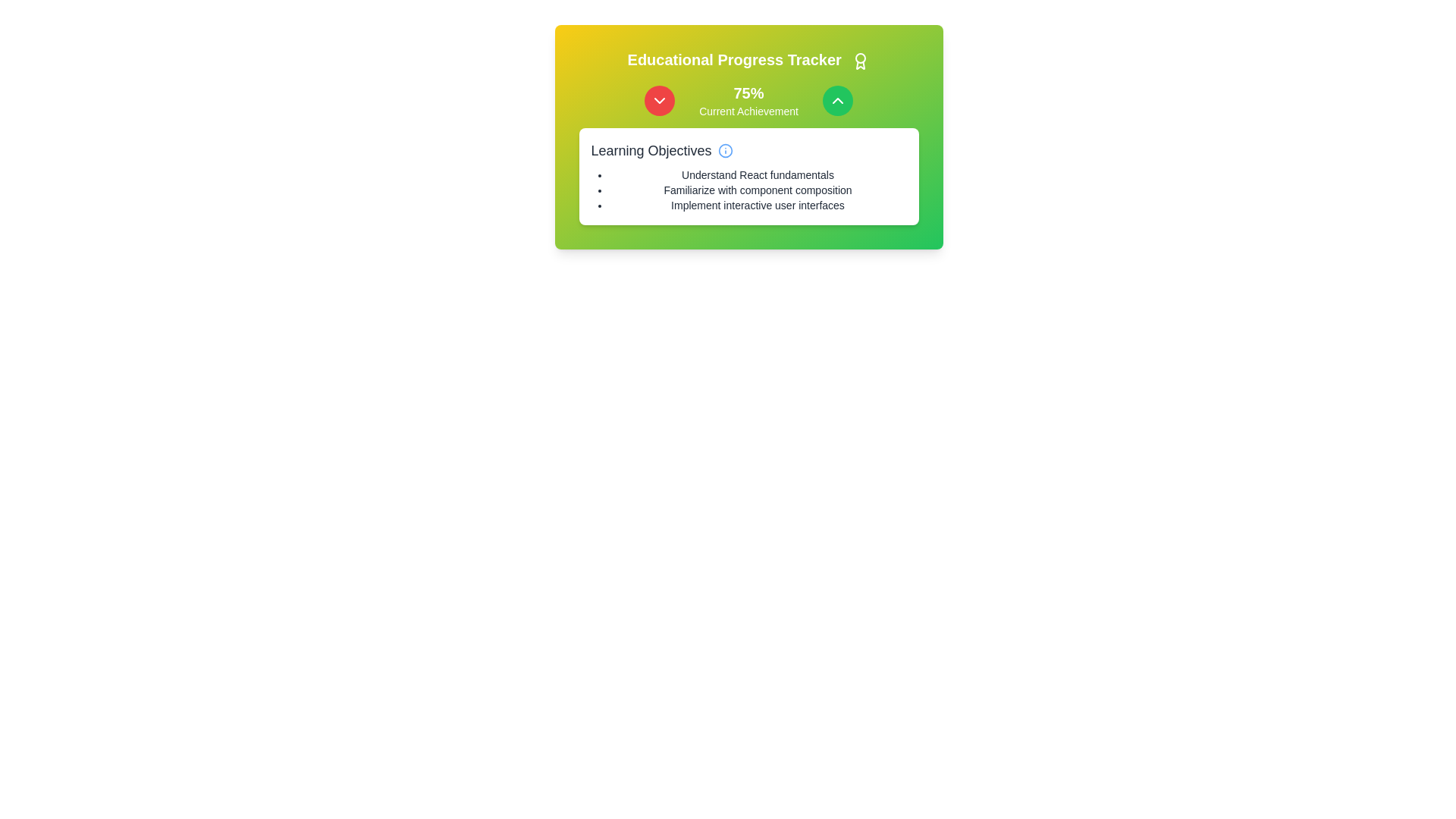 This screenshot has width=1456, height=819. What do you see at coordinates (758, 189) in the screenshot?
I see `the Text Label that contains the text 'Familiarize with component composition', positioned below the heading 'Learning Objectives' in the bulleted list` at bounding box center [758, 189].